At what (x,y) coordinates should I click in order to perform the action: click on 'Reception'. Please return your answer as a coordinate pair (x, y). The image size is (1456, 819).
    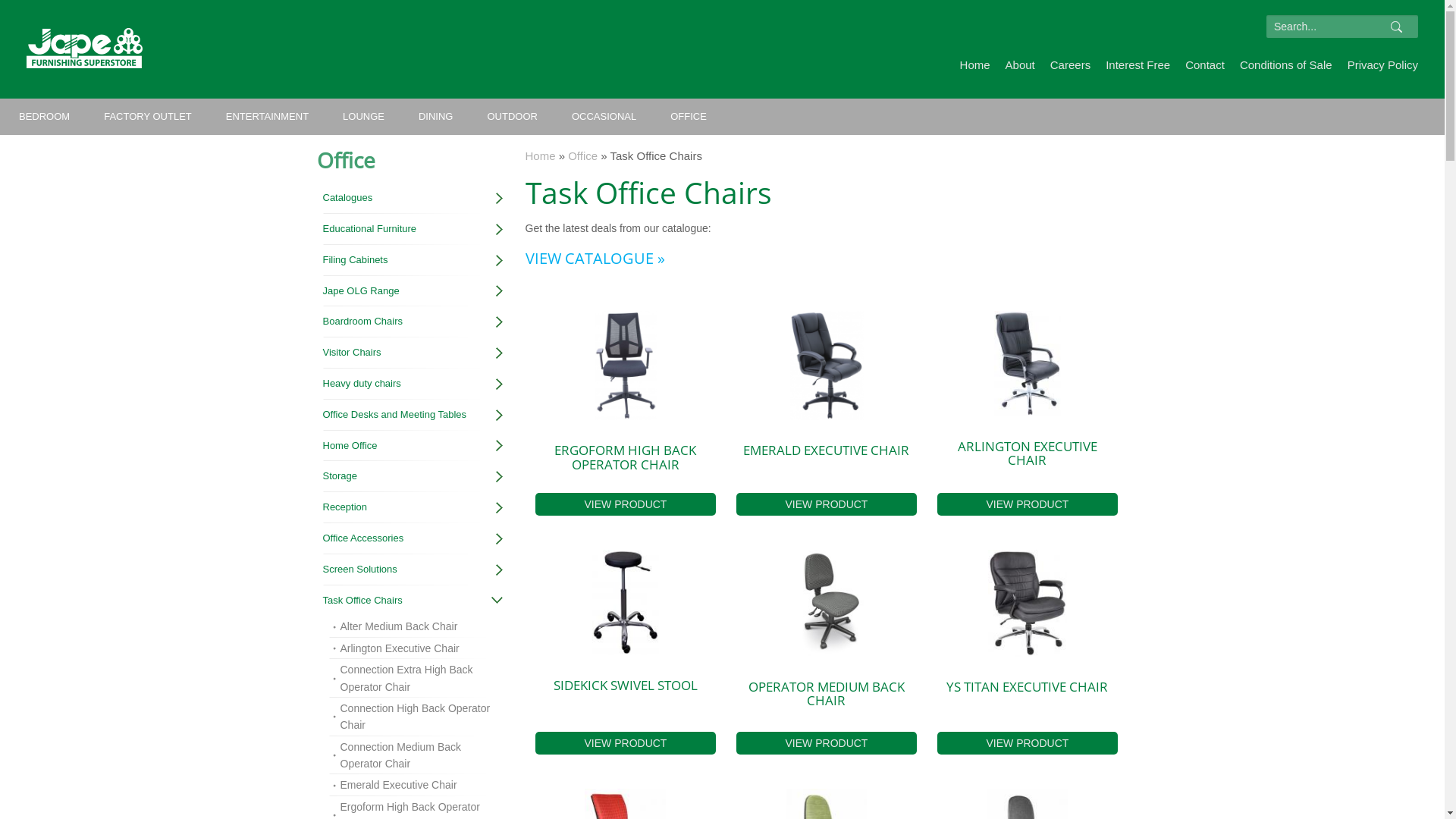
    Looking at the image, I should click on (322, 507).